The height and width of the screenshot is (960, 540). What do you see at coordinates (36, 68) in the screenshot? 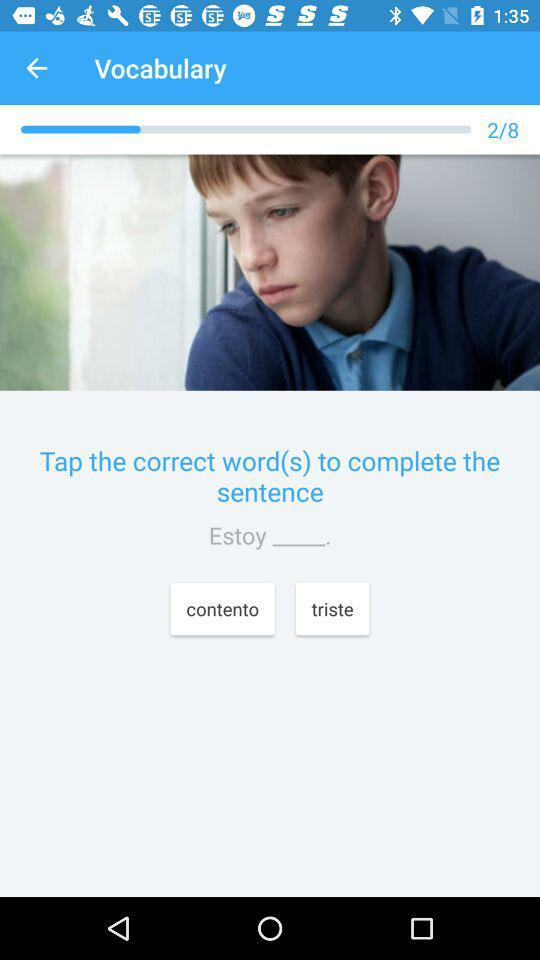
I see `item next to the vocabulary icon` at bounding box center [36, 68].